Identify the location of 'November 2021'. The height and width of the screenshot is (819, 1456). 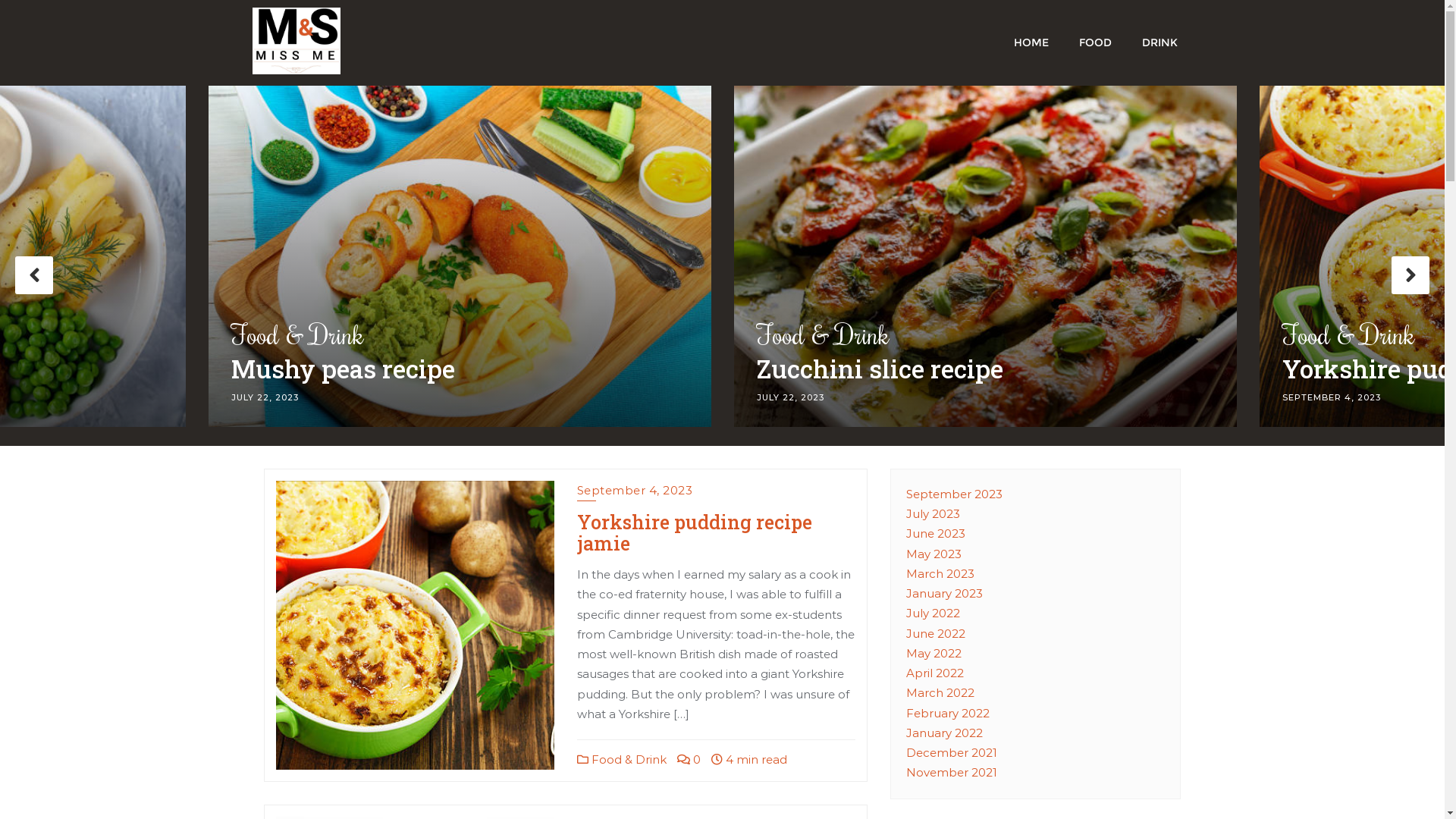
(950, 772).